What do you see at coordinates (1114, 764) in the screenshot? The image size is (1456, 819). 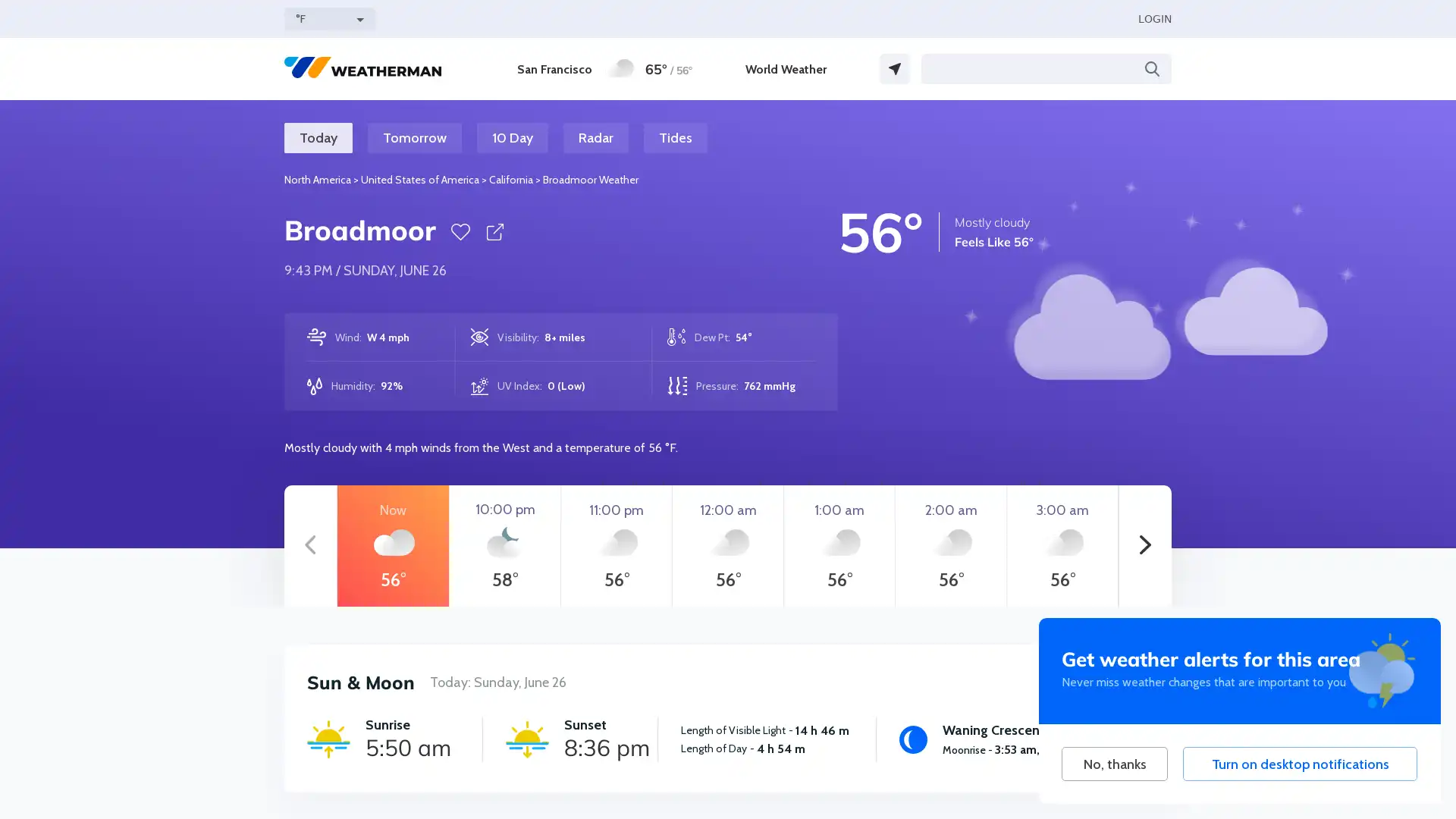 I see `No, thanks` at bounding box center [1114, 764].